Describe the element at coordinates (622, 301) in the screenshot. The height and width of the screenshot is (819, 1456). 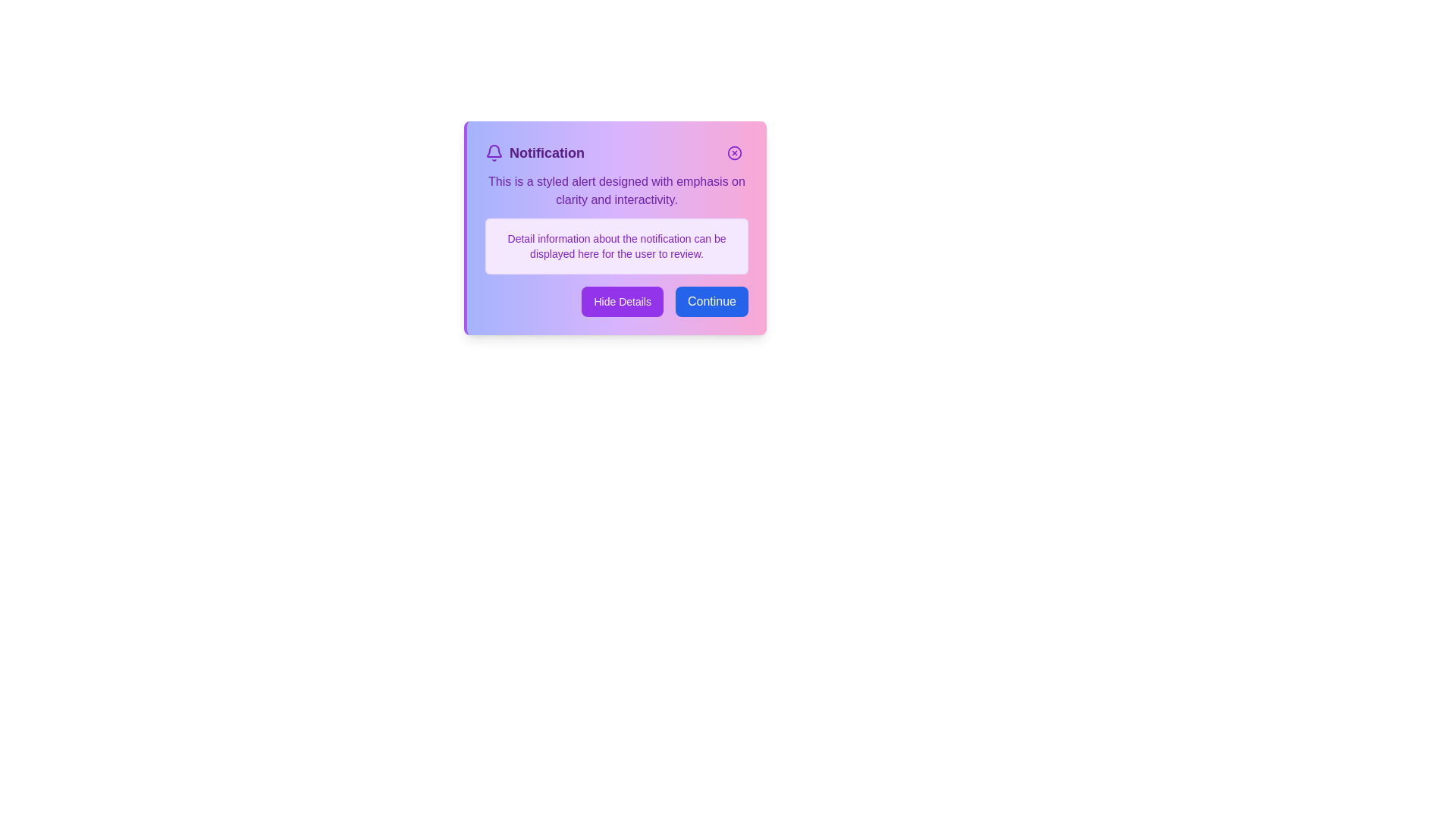
I see `the 'Hide Details' button to toggle the visibility of additional details` at that location.